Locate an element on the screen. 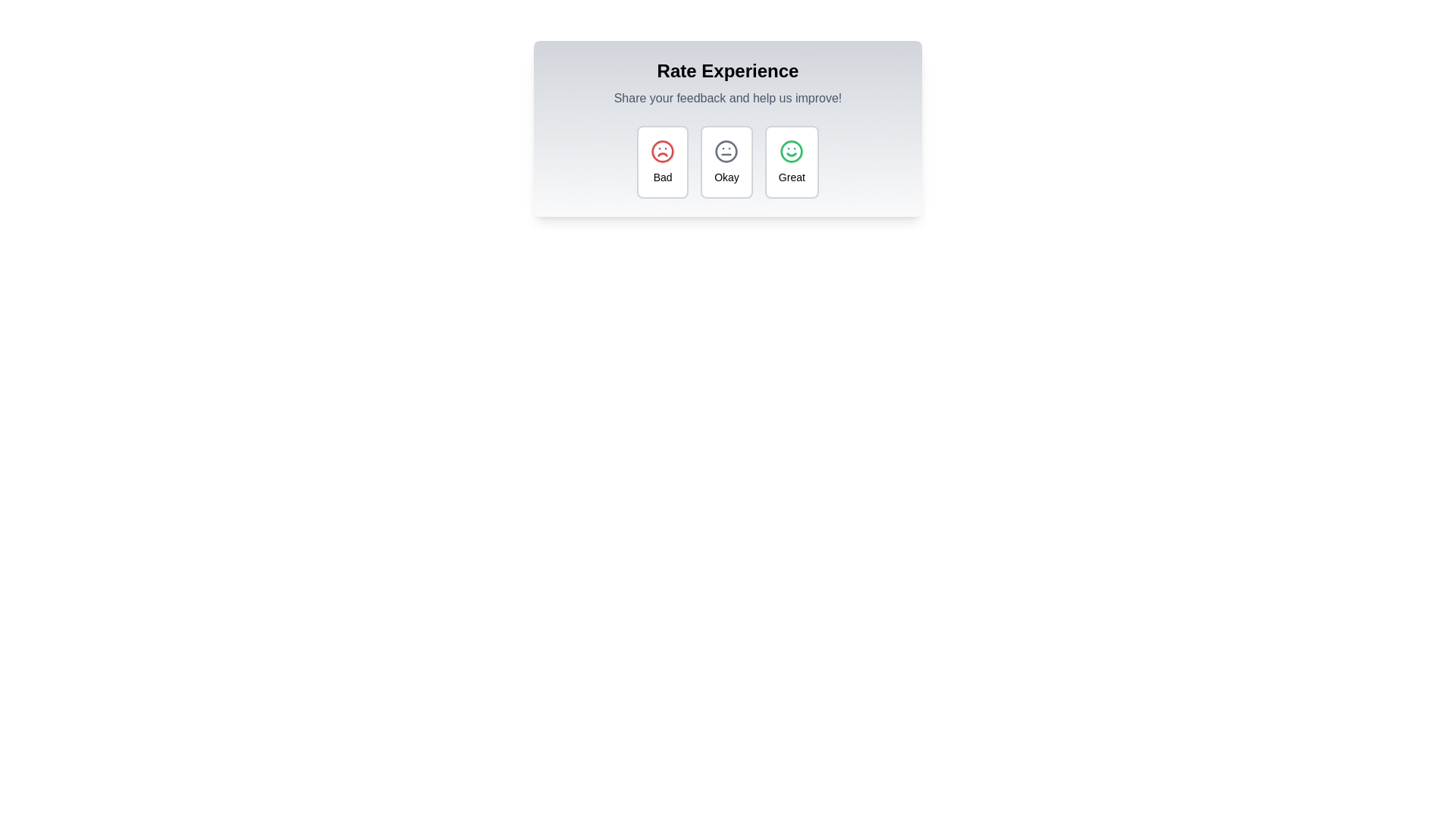 The image size is (1456, 819). the 'Okay' option in the Interactive selector of the 'Rate Experience' panel is located at coordinates (728, 162).